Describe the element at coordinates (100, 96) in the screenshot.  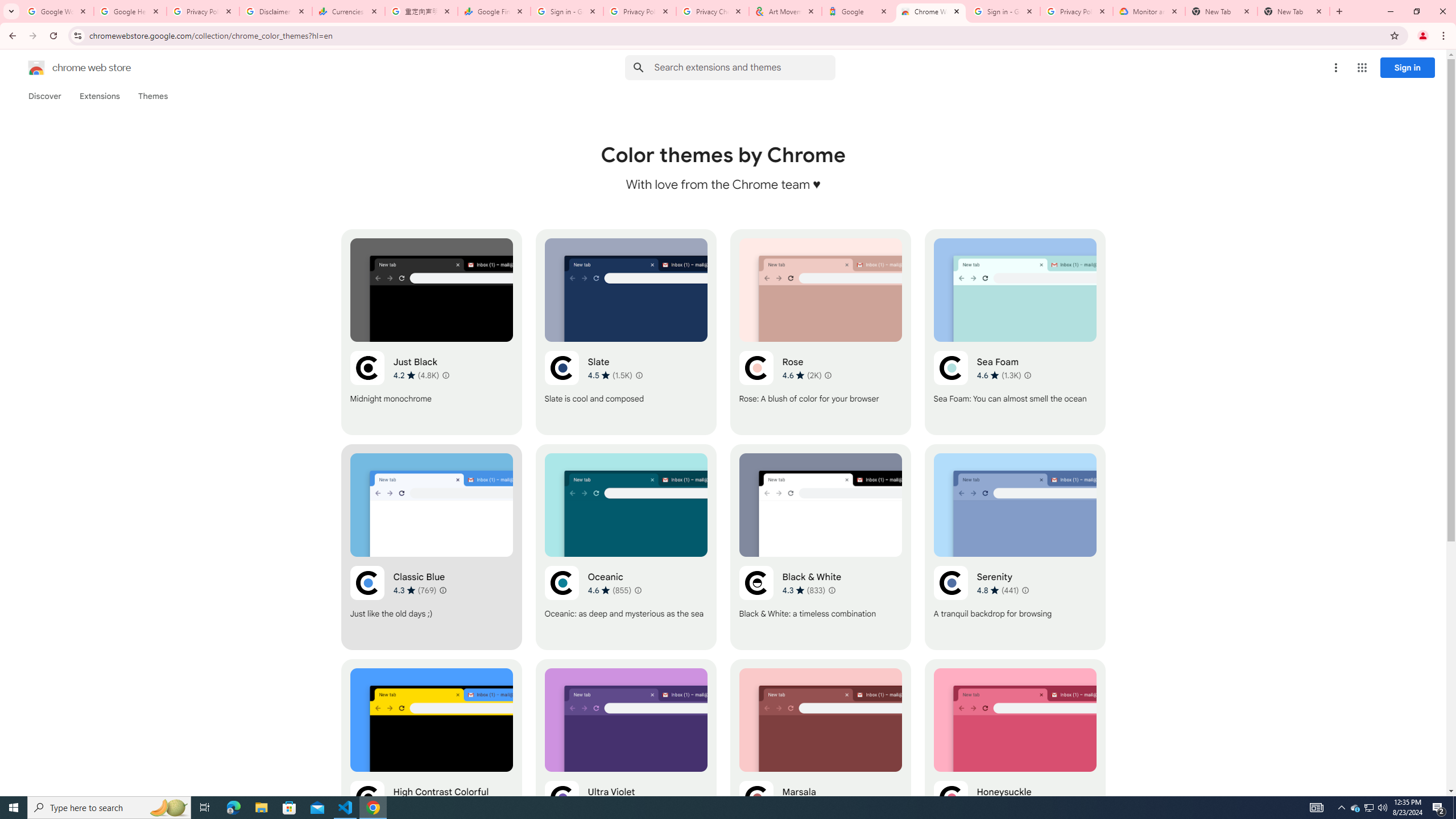
I see `'Extensions'` at that location.